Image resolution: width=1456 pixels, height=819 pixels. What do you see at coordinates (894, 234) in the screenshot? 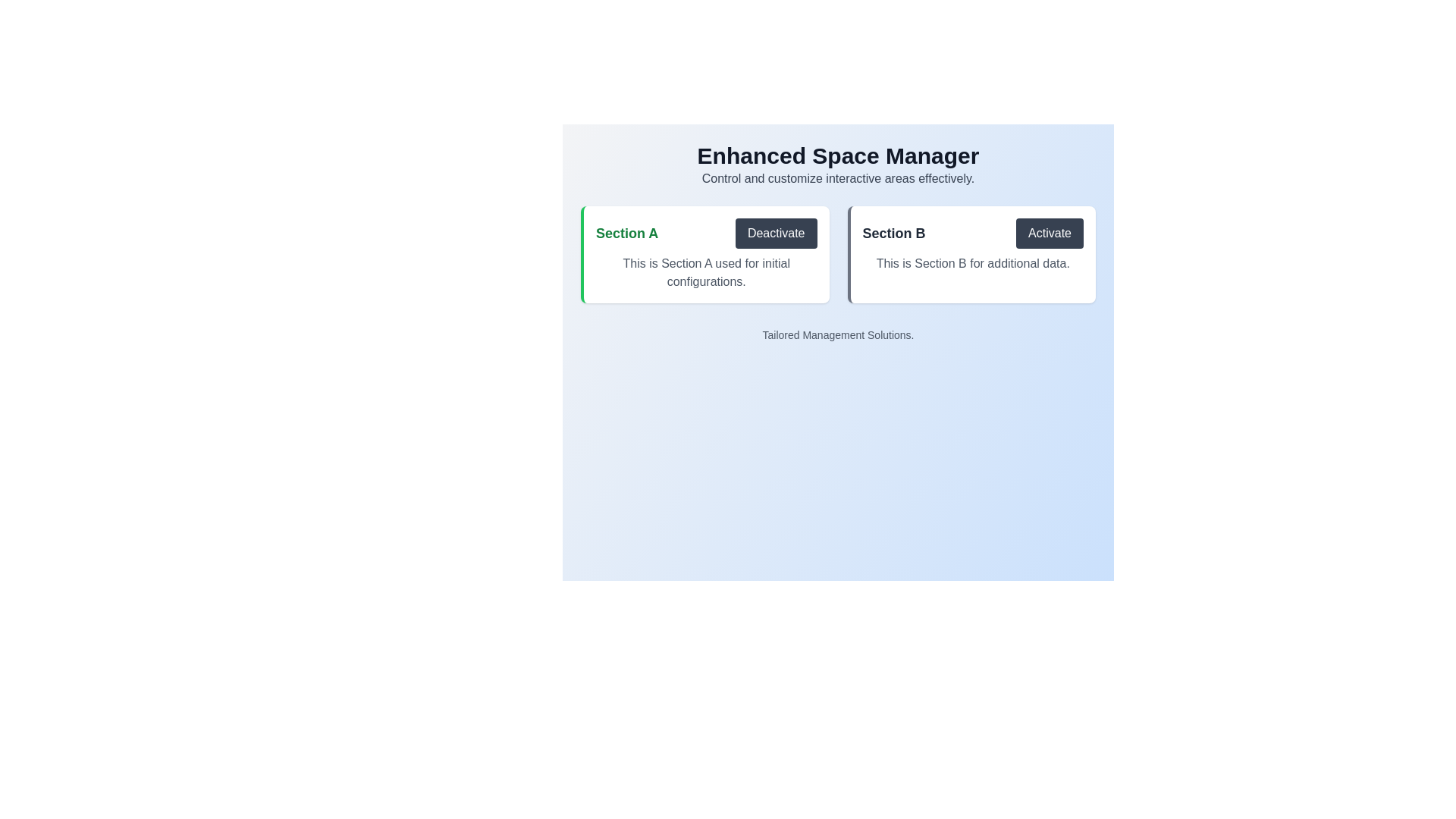
I see `the static text label that serves as a section title, located on the right half of the interface` at bounding box center [894, 234].